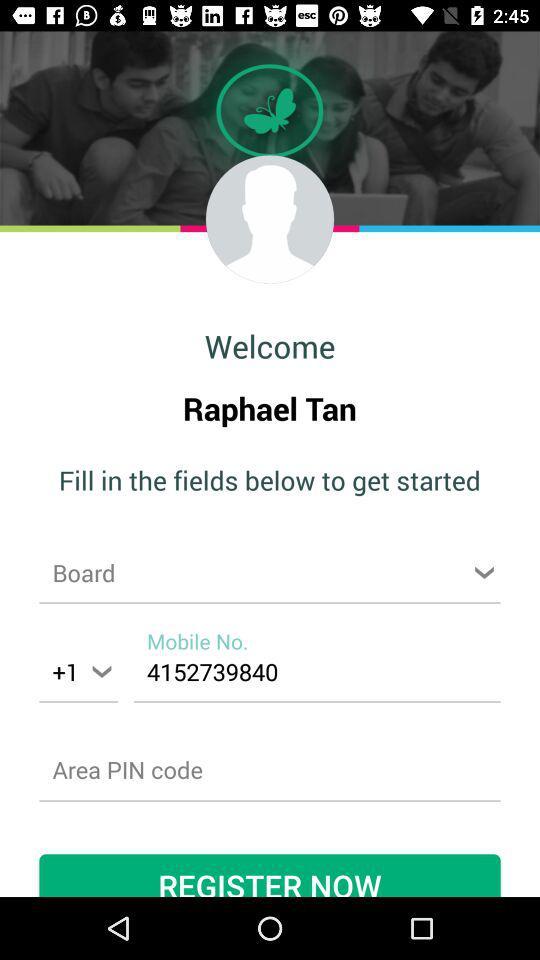 The image size is (540, 960). I want to click on profile pic, so click(270, 219).